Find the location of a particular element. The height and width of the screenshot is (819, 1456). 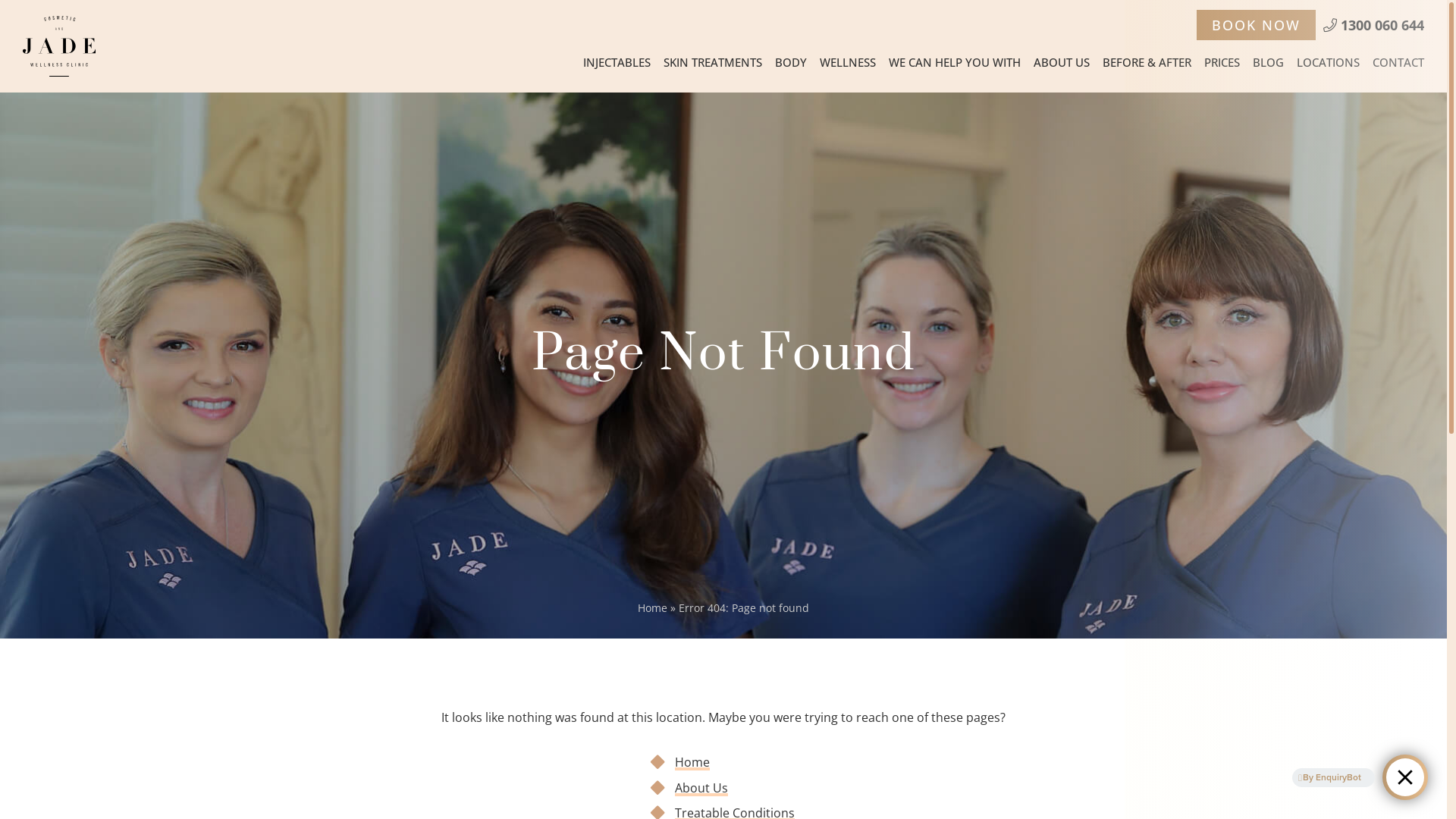

'About Us' is located at coordinates (701, 786).